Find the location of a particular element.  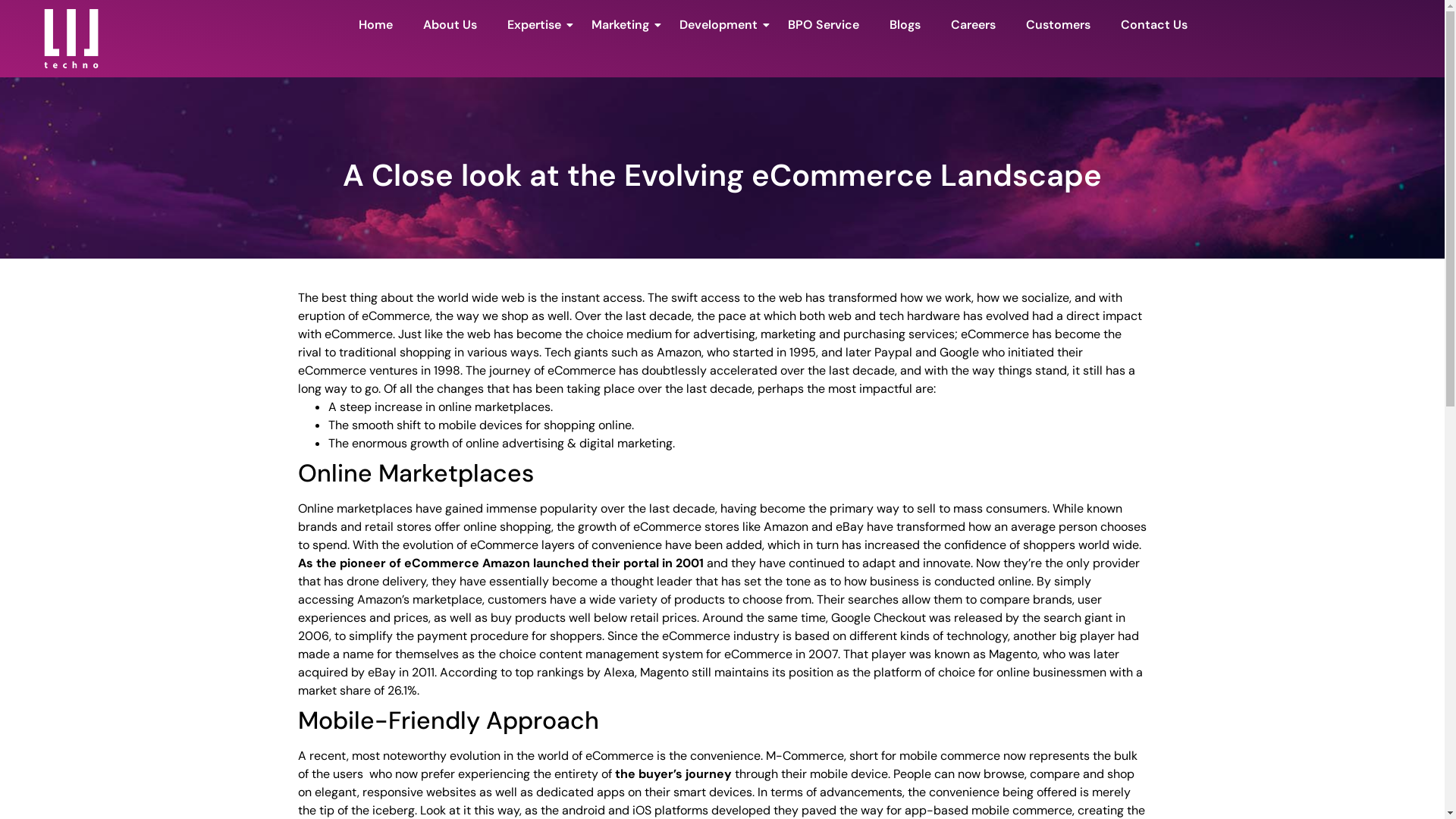

'Home' is located at coordinates (350, 26).